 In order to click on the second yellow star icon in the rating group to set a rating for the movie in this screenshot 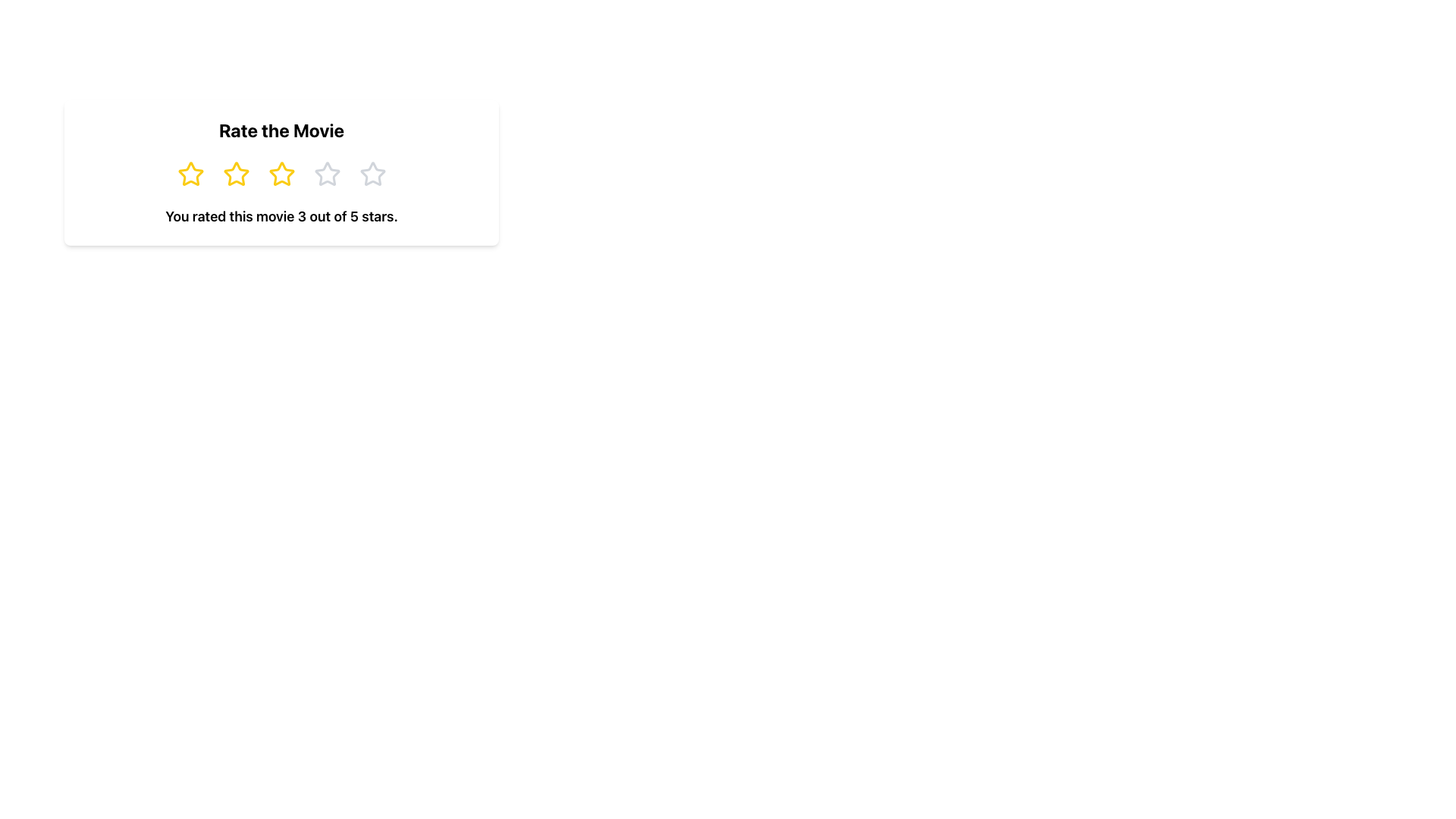, I will do `click(235, 174)`.